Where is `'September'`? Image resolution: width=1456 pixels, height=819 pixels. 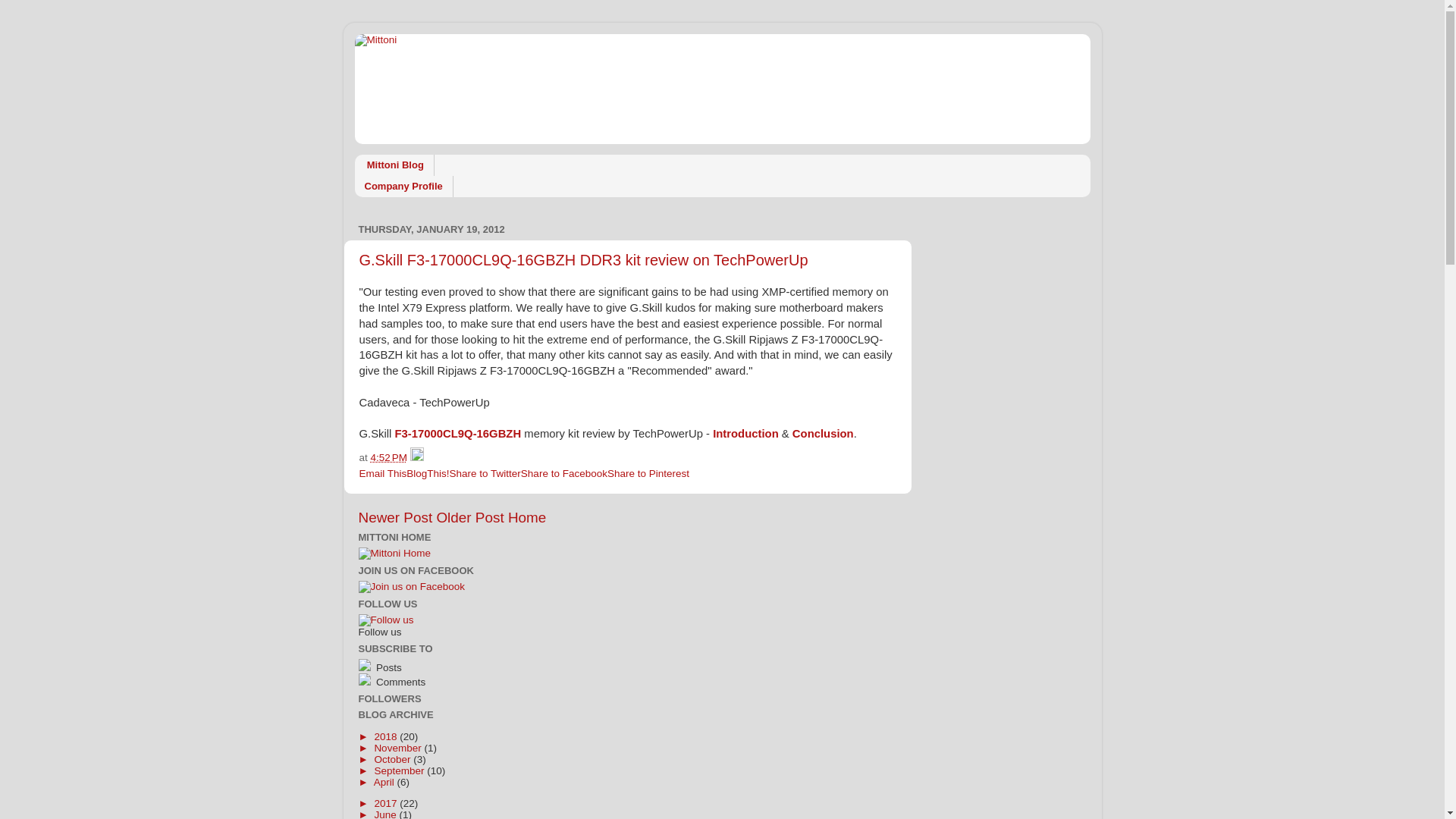 'September' is located at coordinates (400, 770).